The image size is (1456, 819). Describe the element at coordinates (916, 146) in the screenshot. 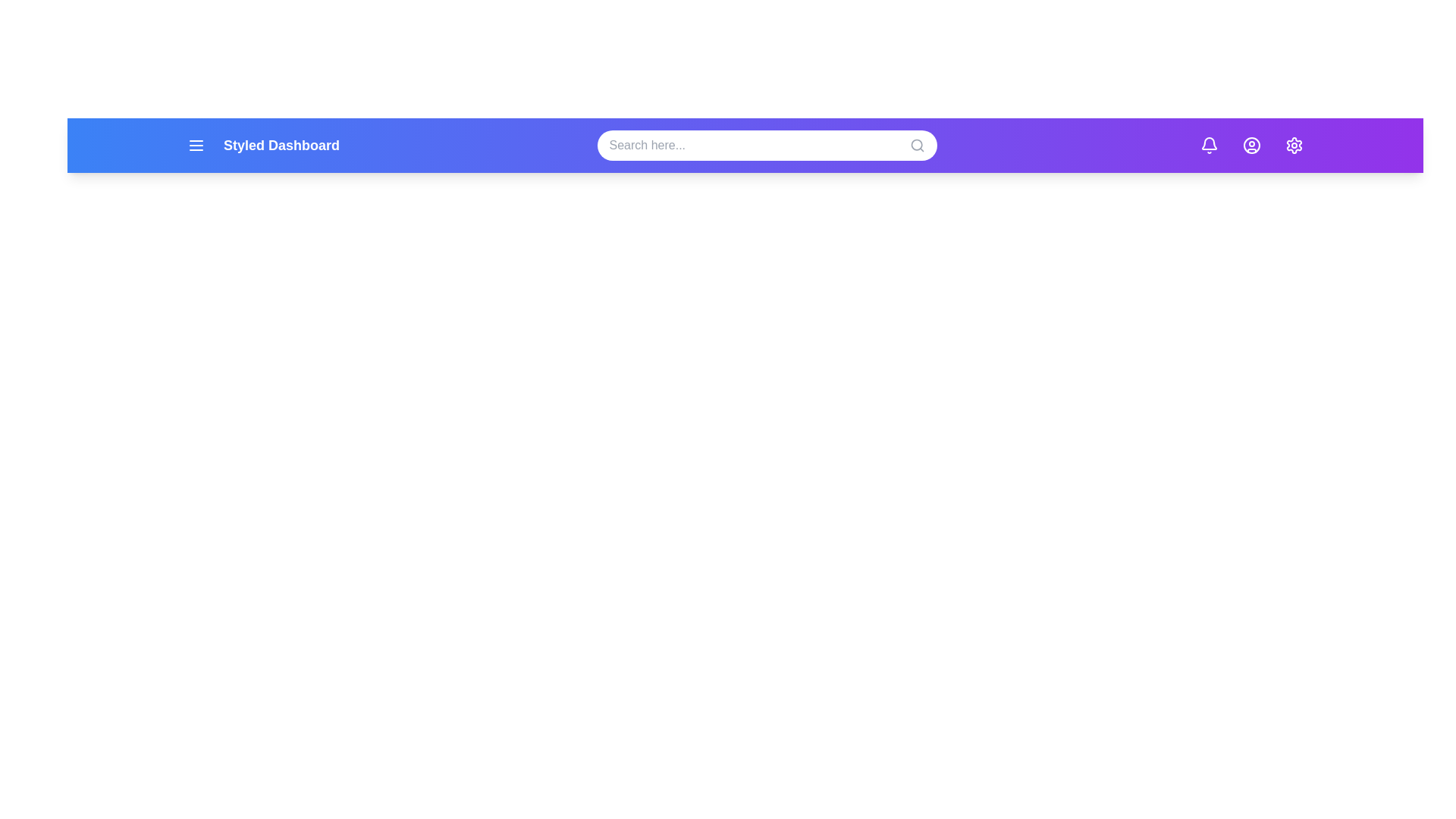

I see `the search icon to initiate a search` at that location.